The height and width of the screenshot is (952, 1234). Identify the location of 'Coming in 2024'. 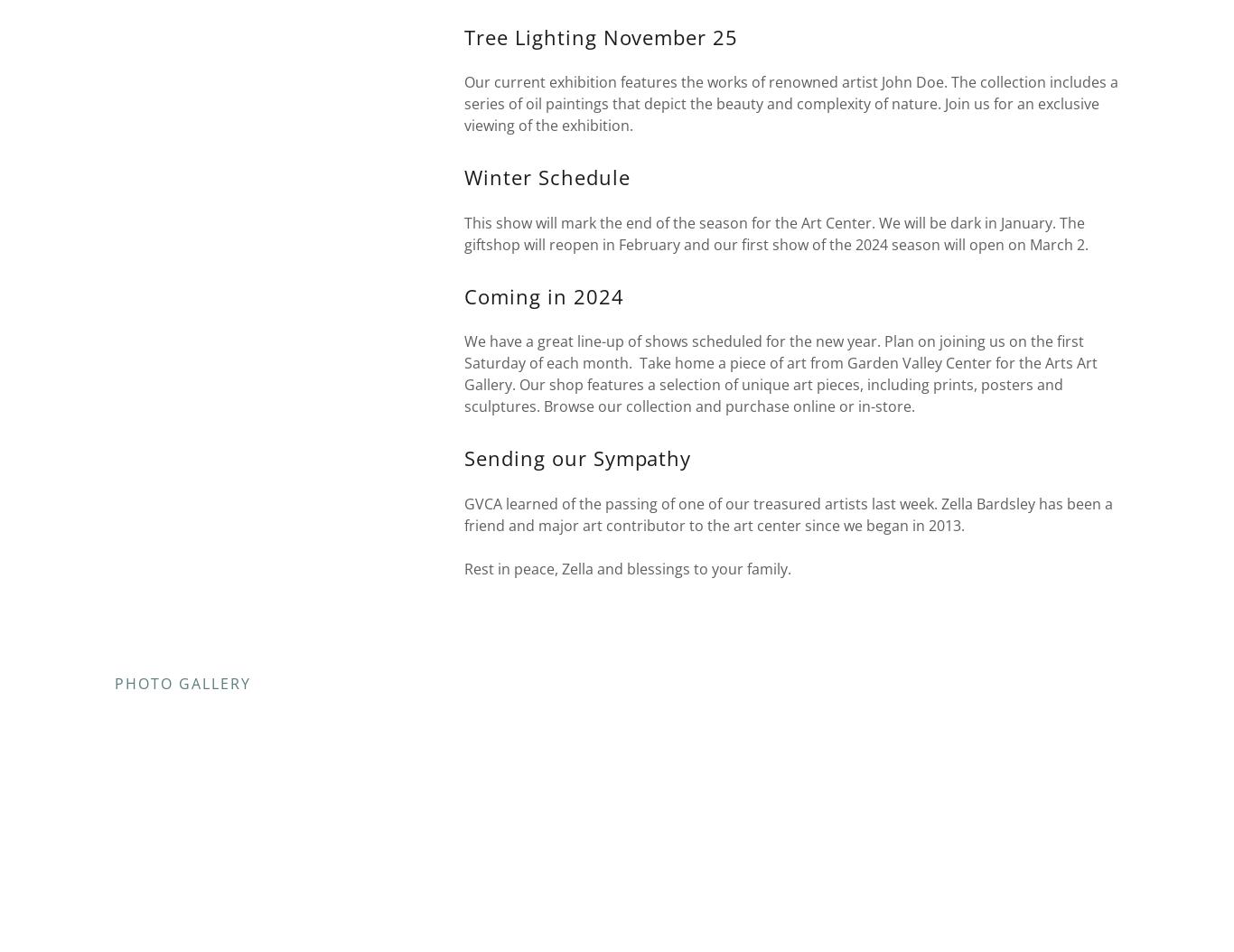
(542, 294).